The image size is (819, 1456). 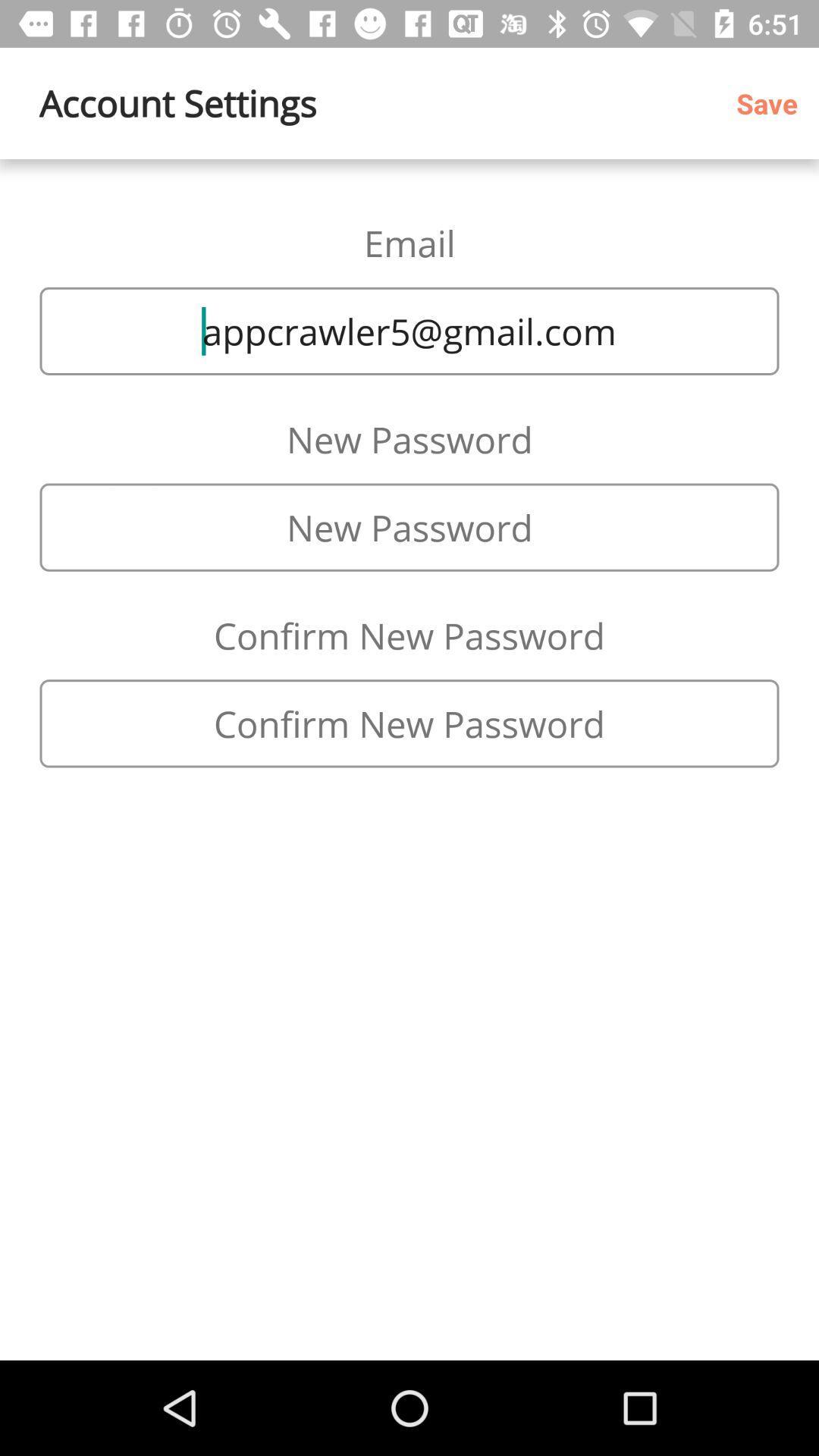 I want to click on change to the new password, so click(x=409, y=723).